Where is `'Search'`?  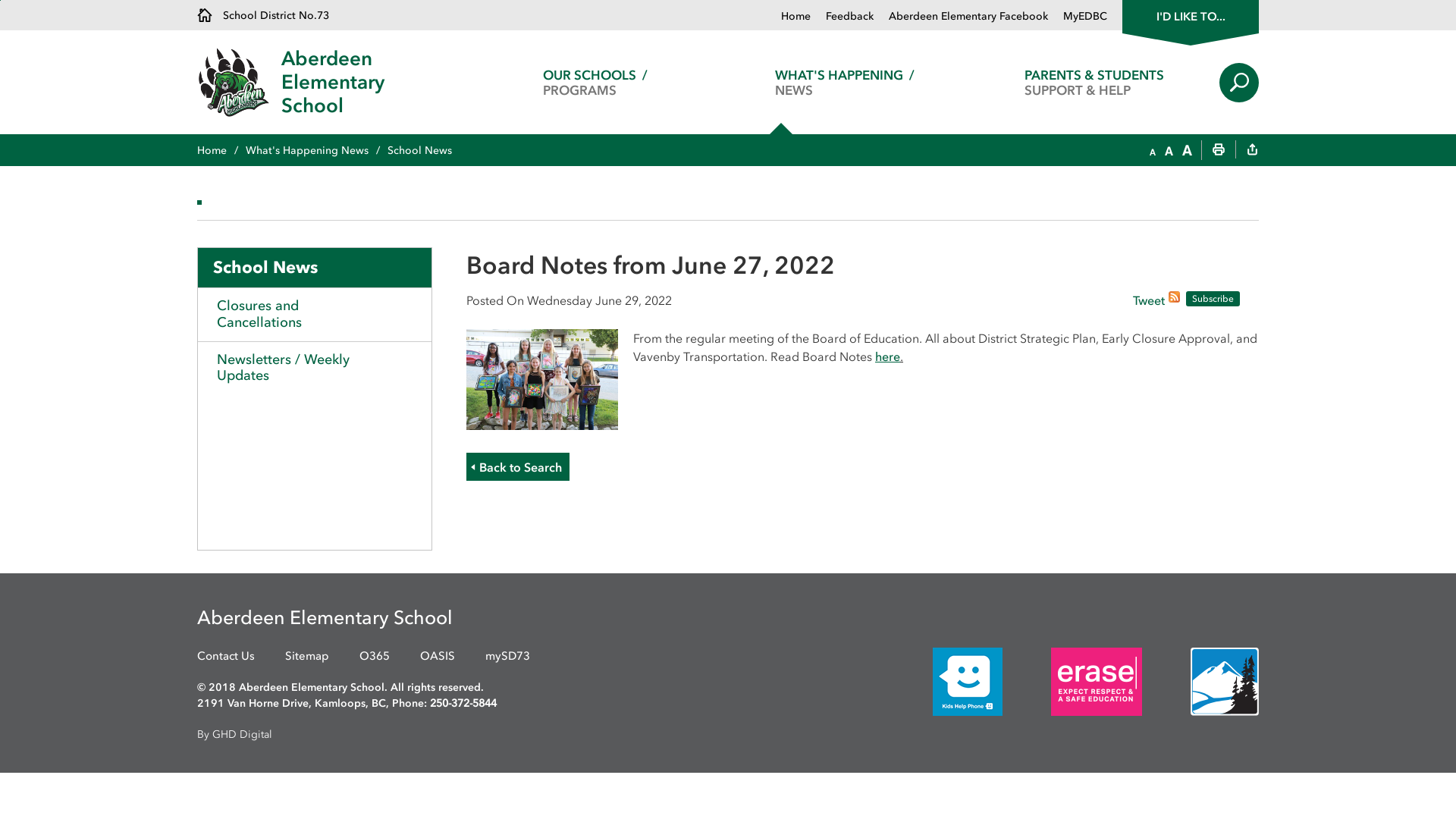 'Search' is located at coordinates (1238, 82).